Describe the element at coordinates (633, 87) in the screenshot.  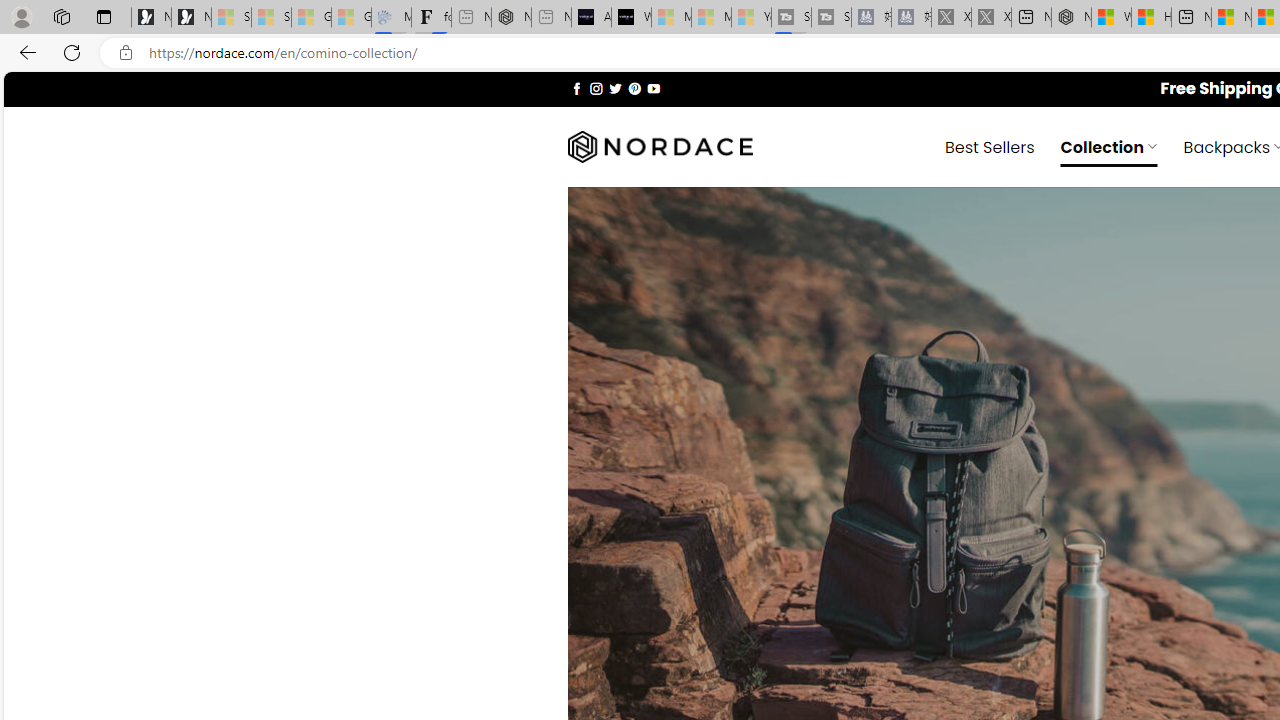
I see `'Follow on Pinterest'` at that location.